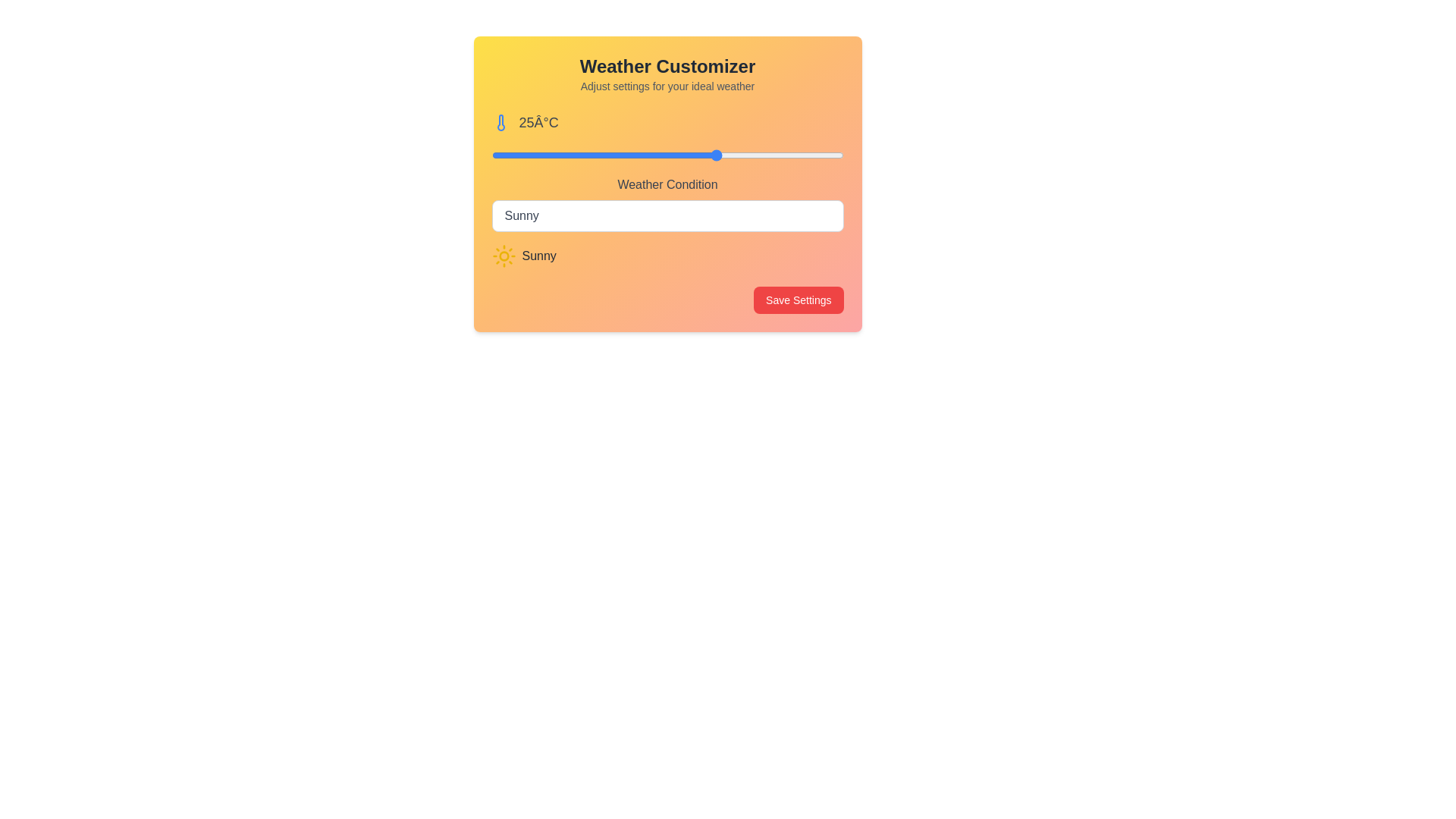 This screenshot has height=819, width=1456. I want to click on the weather condition Cloudy from the dropdown menu, so click(667, 216).